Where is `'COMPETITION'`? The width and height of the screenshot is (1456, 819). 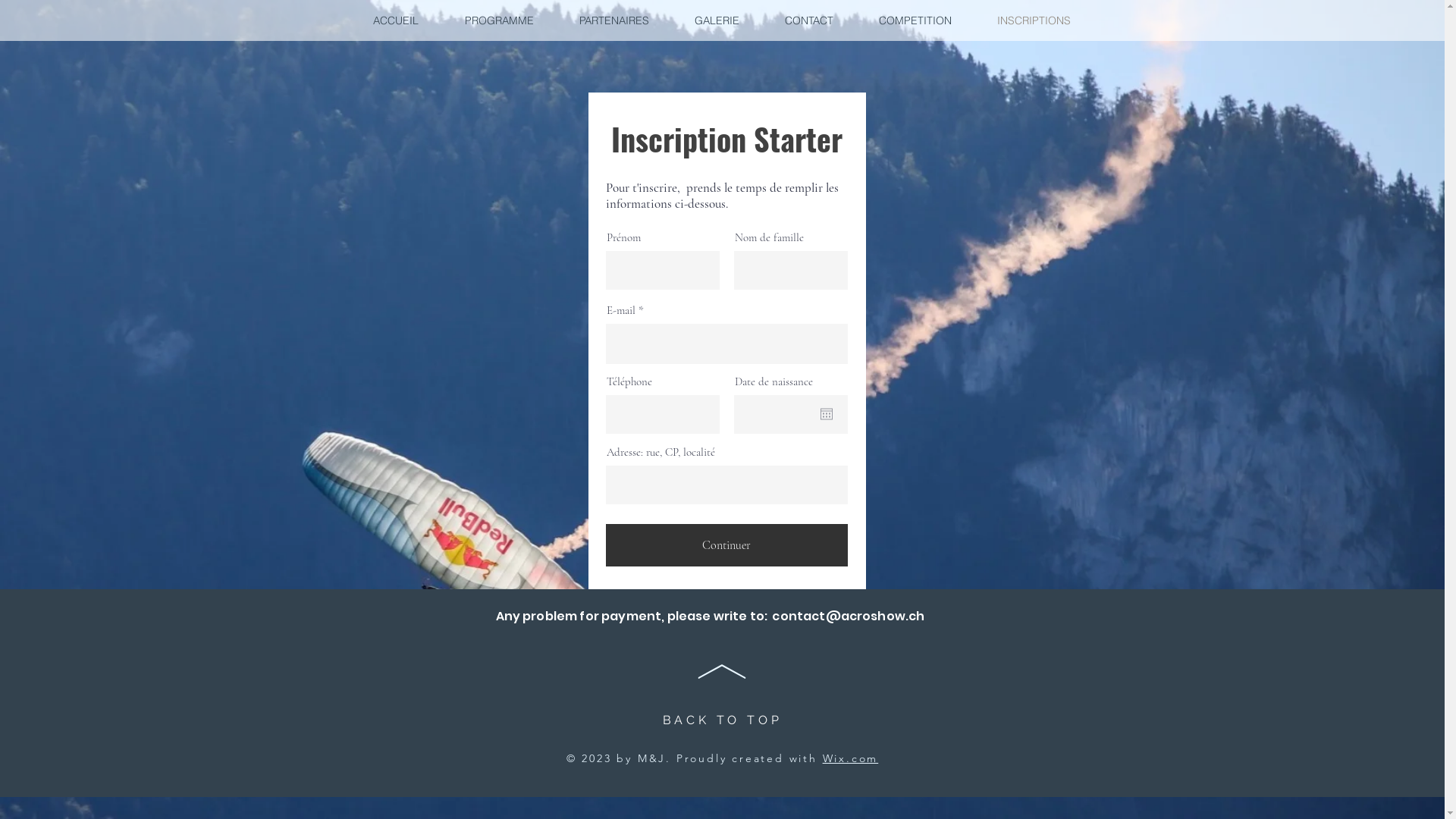
'COMPETITION' is located at coordinates (913, 20).